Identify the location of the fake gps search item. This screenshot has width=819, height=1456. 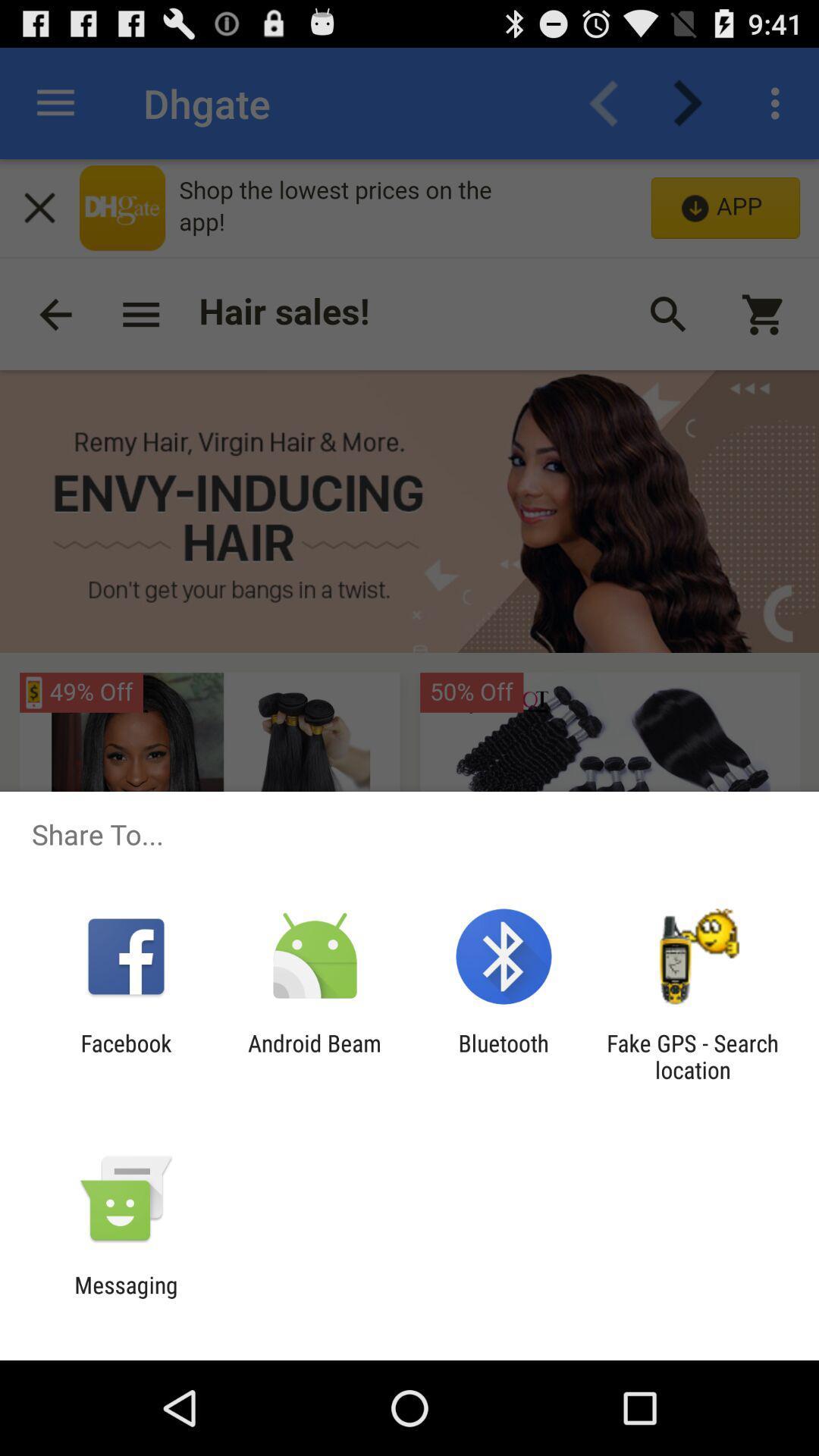
(692, 1056).